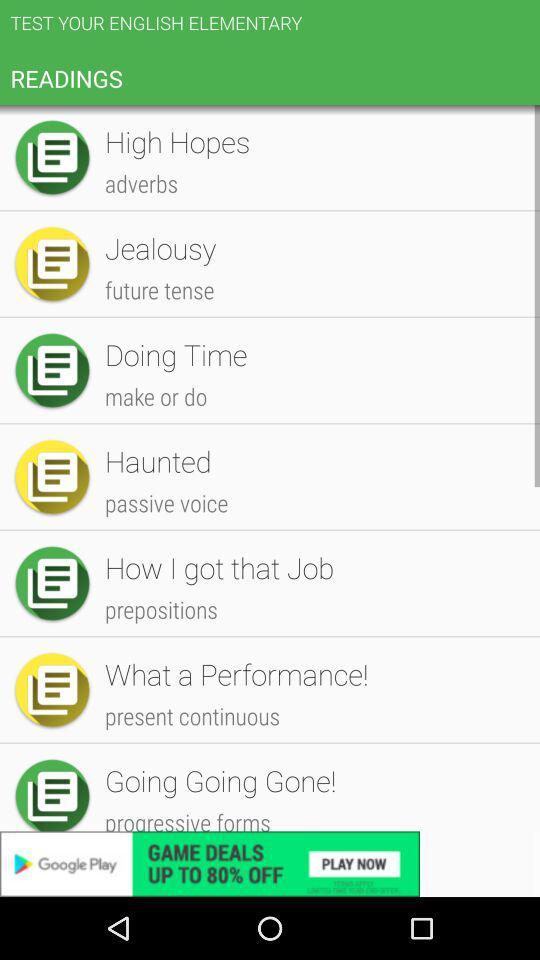  Describe the element at coordinates (312, 224) in the screenshot. I see `icon above the random test item` at that location.